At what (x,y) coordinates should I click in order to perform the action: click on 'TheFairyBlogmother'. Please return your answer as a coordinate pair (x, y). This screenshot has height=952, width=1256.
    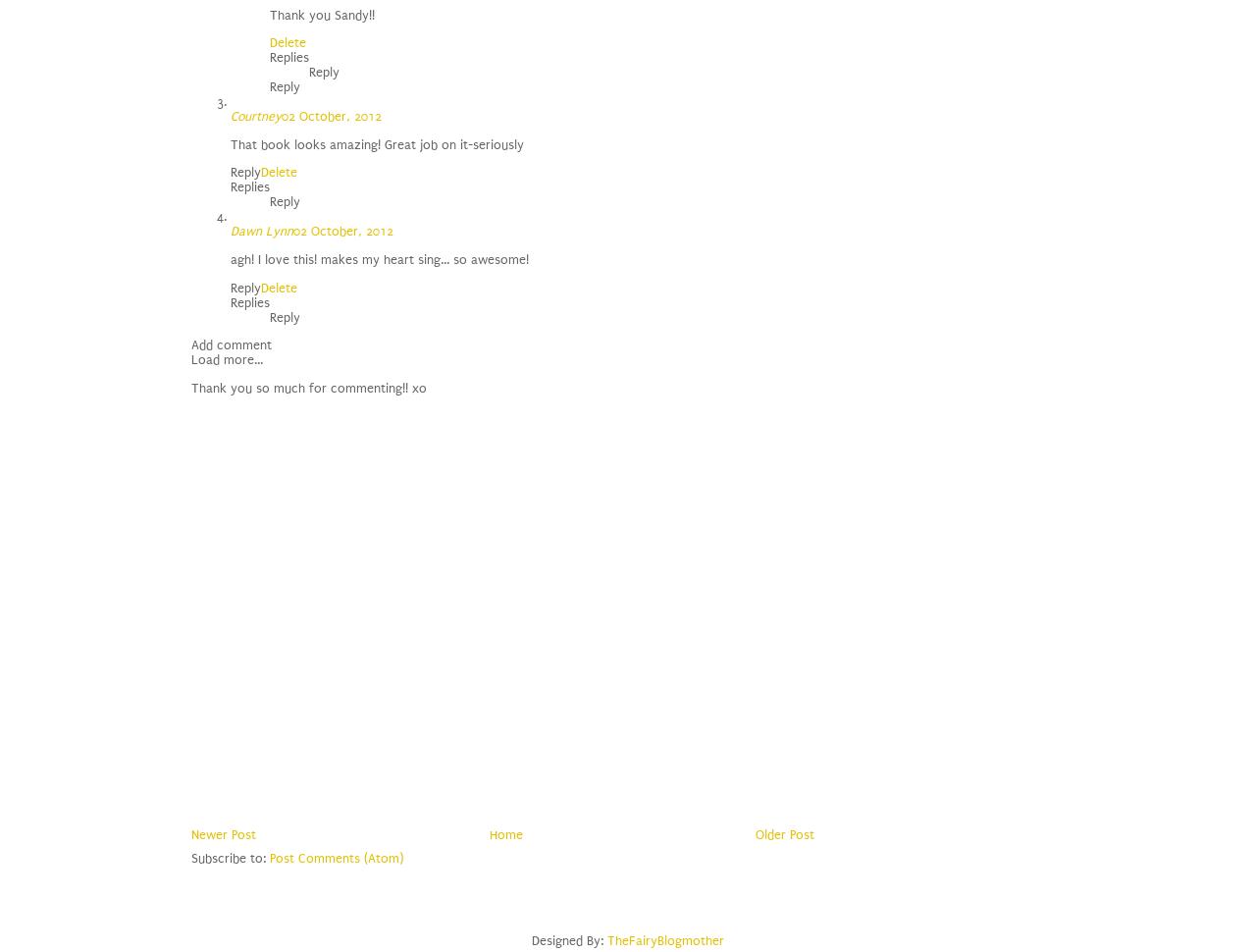
    Looking at the image, I should click on (665, 939).